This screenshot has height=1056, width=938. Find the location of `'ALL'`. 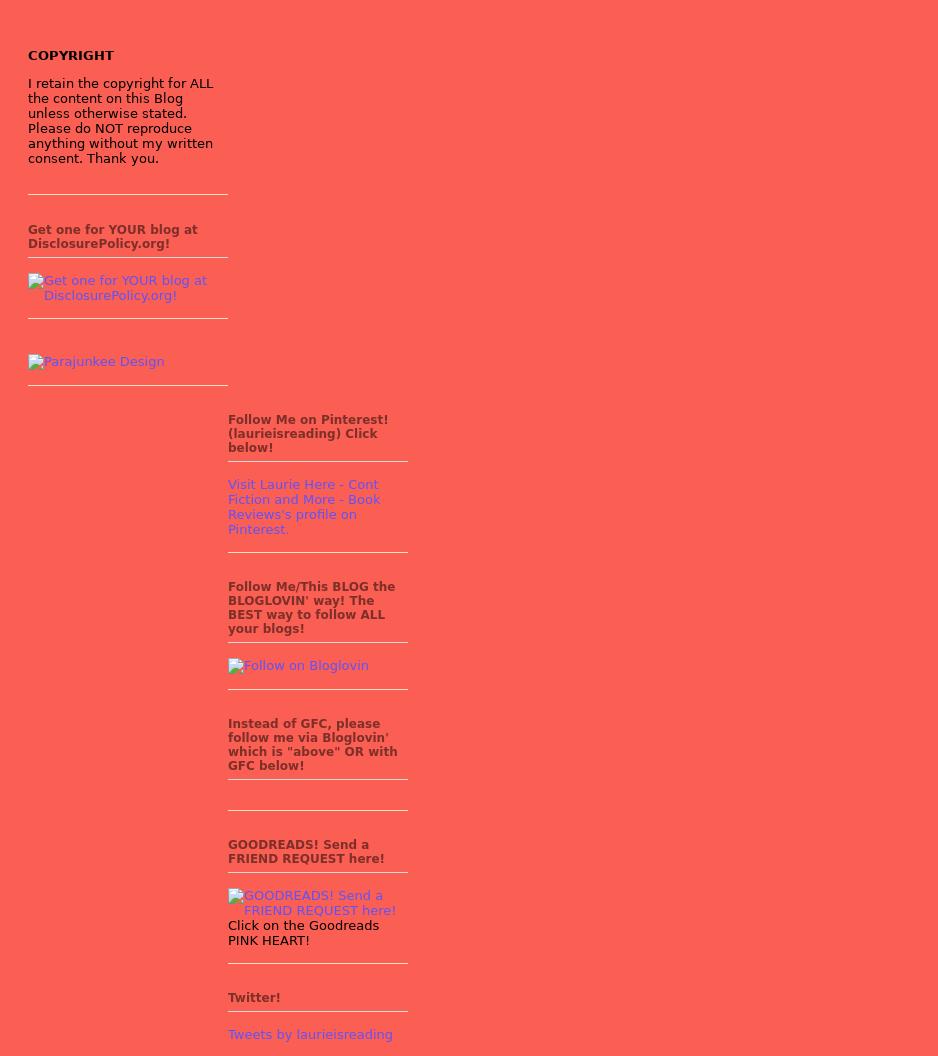

'ALL' is located at coordinates (201, 82).